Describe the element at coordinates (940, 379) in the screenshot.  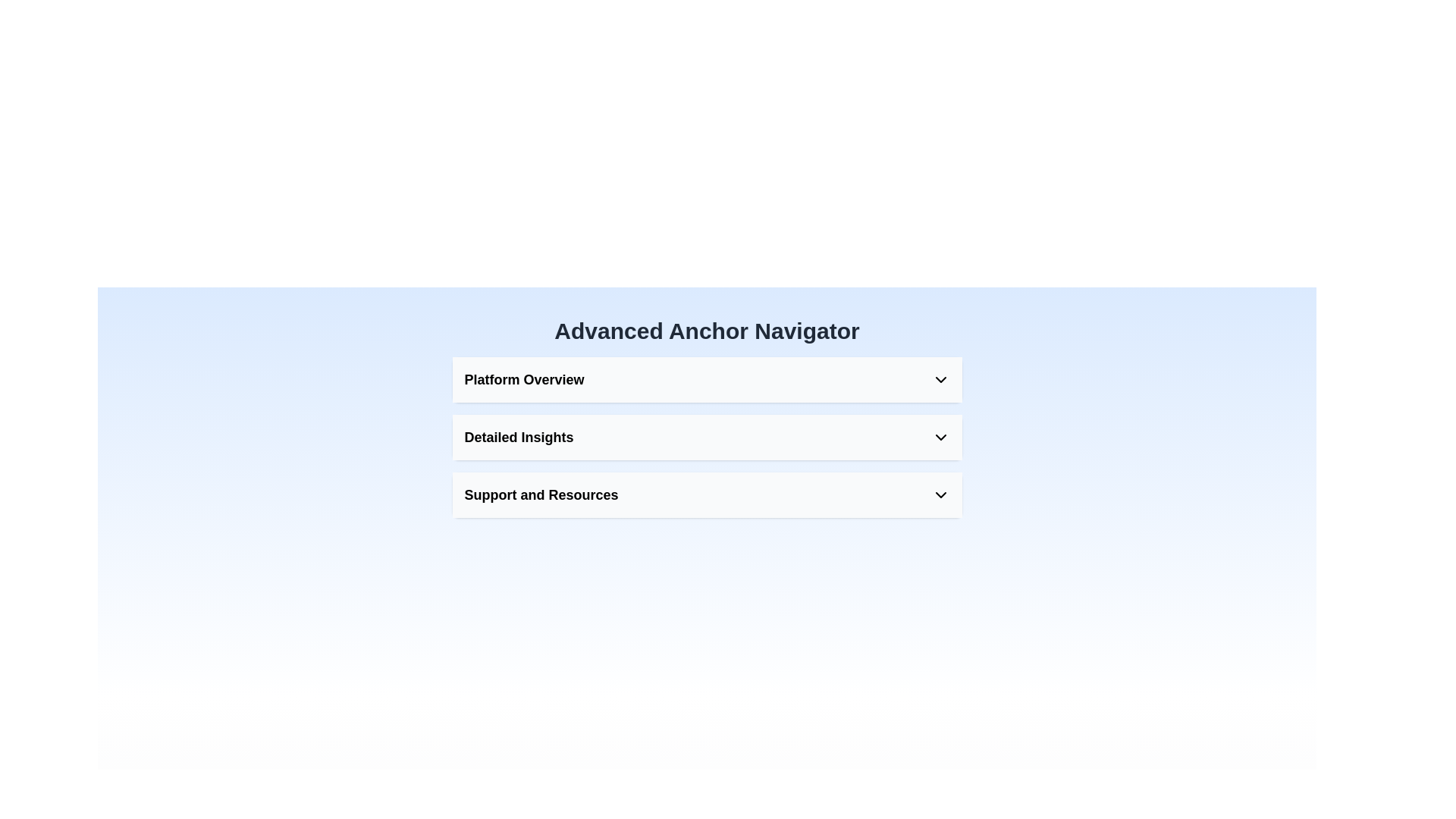
I see `the downward chevron icon located in the rightmost position of the 'Platform Overview' row` at that location.